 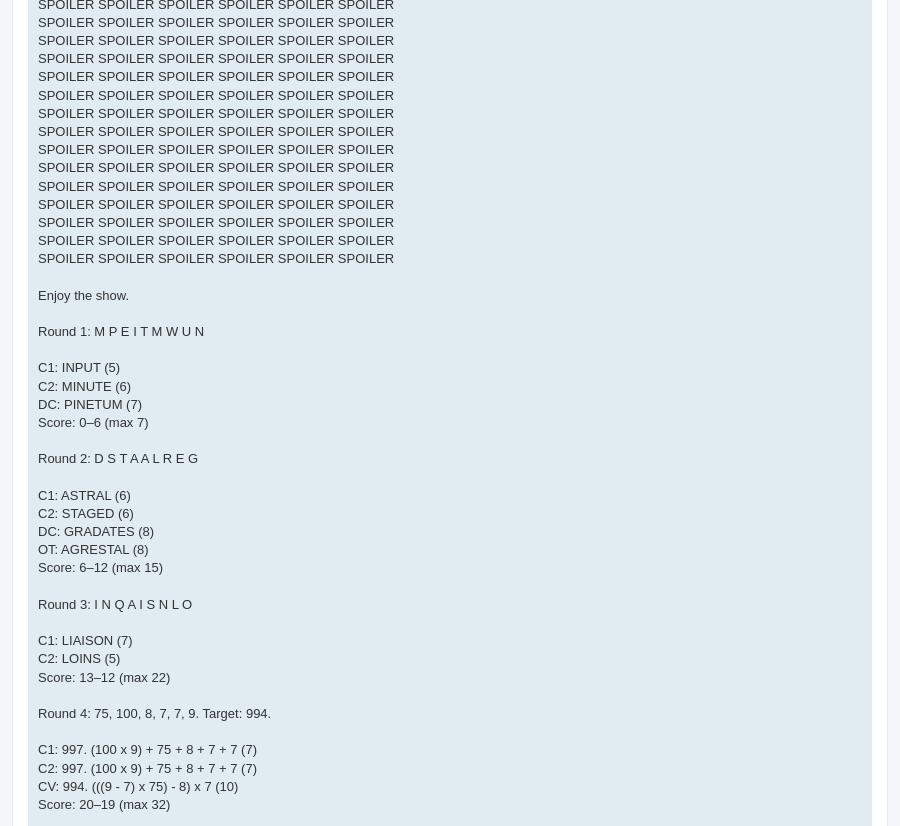 What do you see at coordinates (91, 421) in the screenshot?
I see `'Score: 0–6 (max 7)'` at bounding box center [91, 421].